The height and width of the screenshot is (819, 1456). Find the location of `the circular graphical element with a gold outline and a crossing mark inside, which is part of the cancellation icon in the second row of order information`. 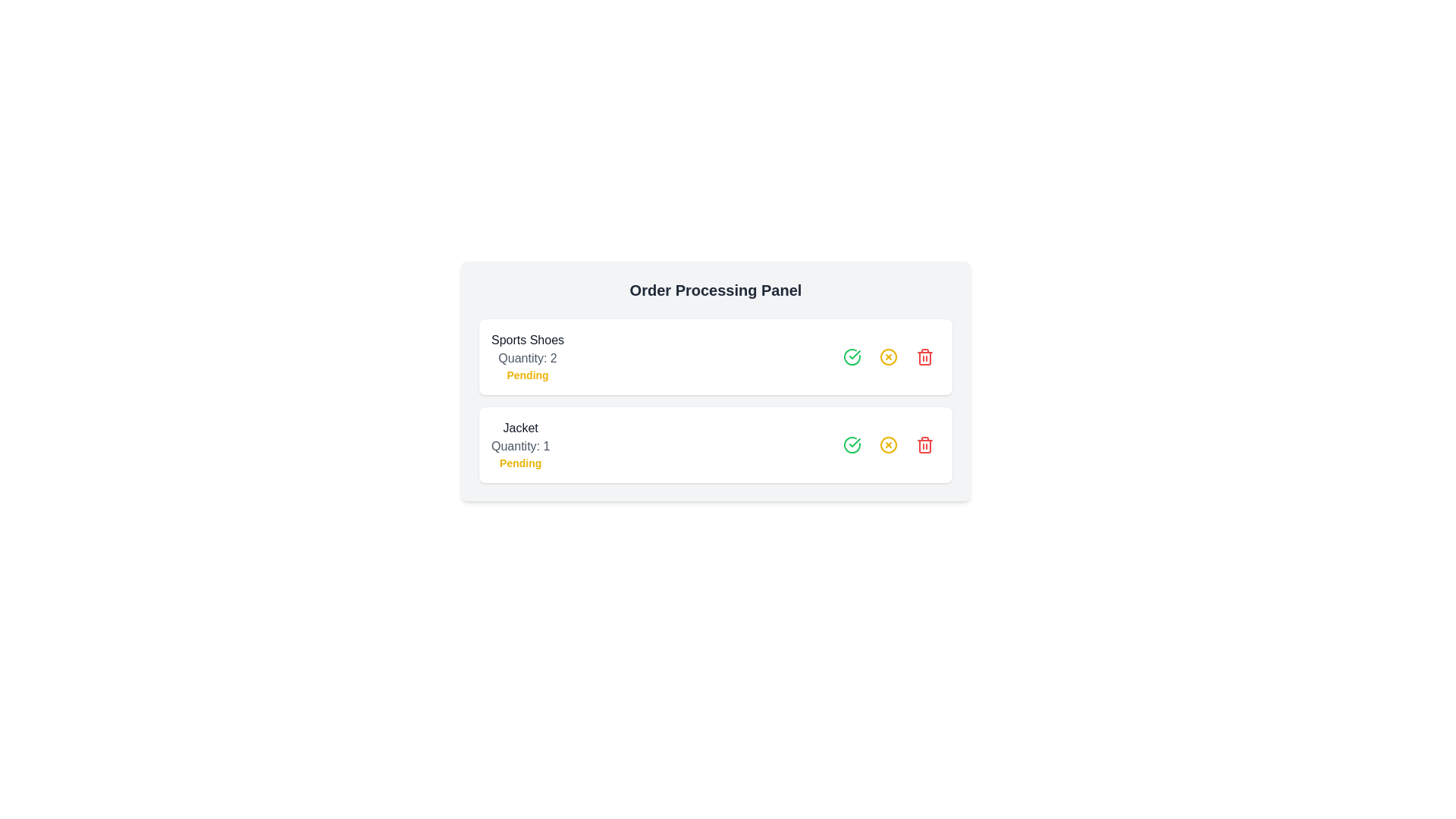

the circular graphical element with a gold outline and a crossing mark inside, which is part of the cancellation icon in the second row of order information is located at coordinates (888, 444).